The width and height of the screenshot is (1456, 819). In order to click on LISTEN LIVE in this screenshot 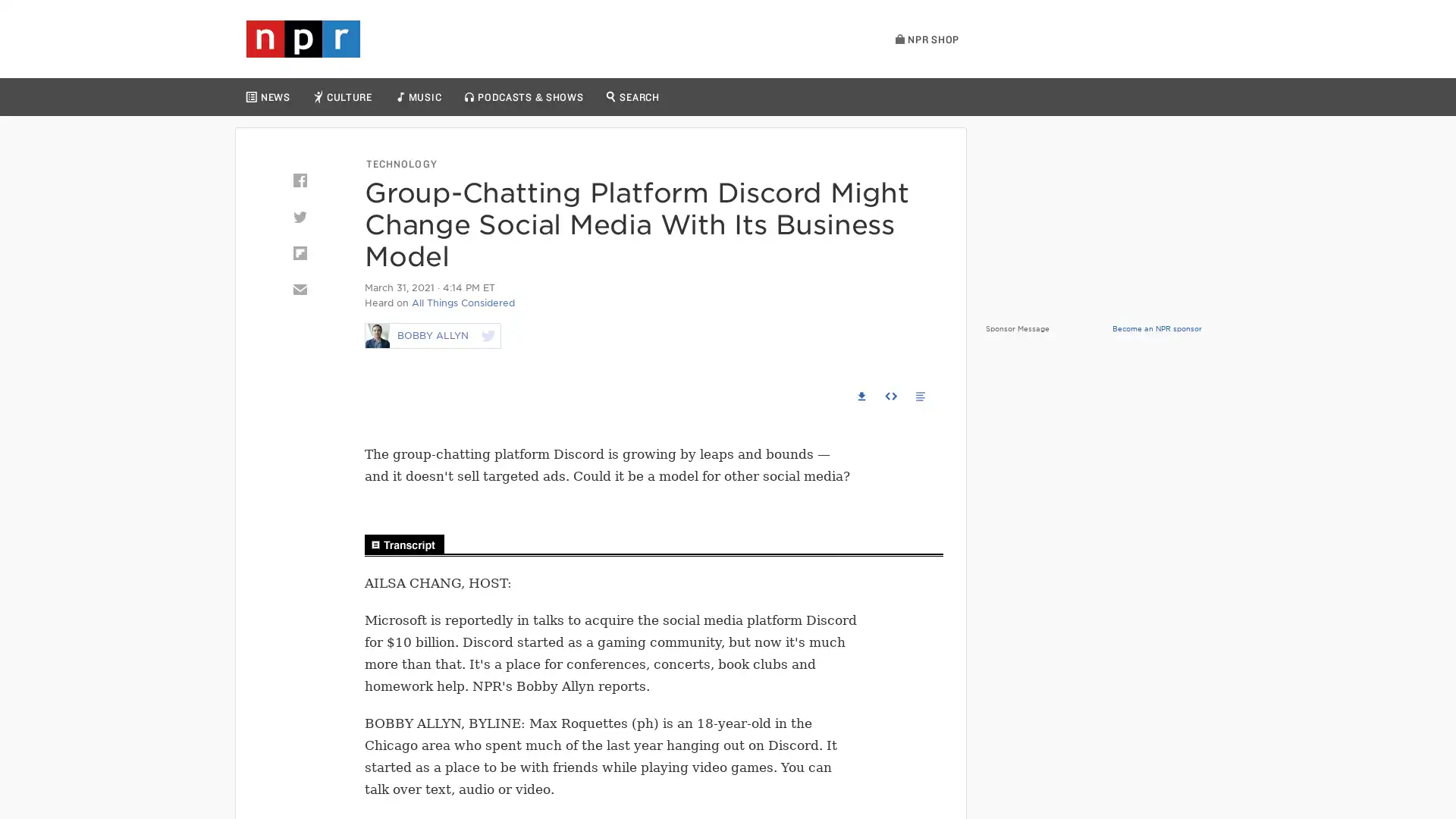, I will do `click(1105, 97)`.